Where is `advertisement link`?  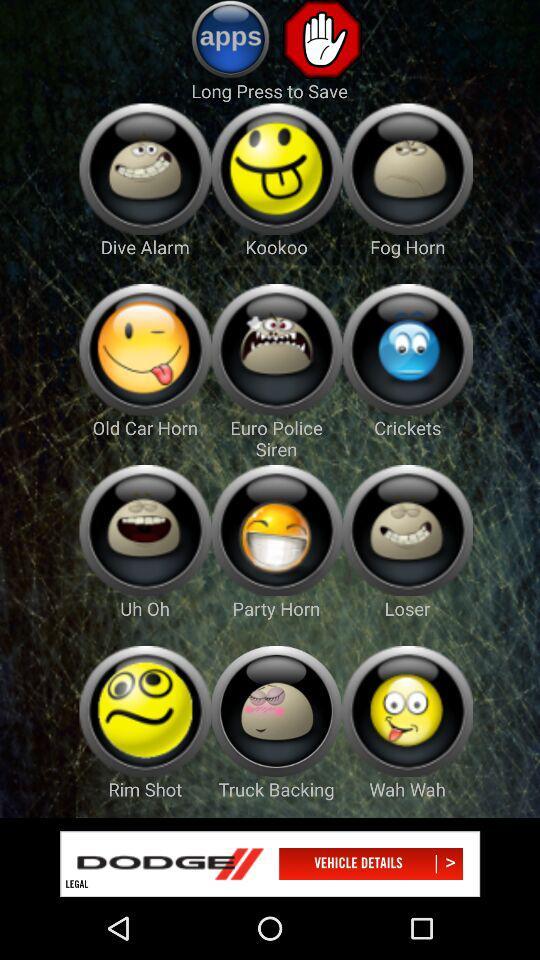
advertisement link is located at coordinates (270, 863).